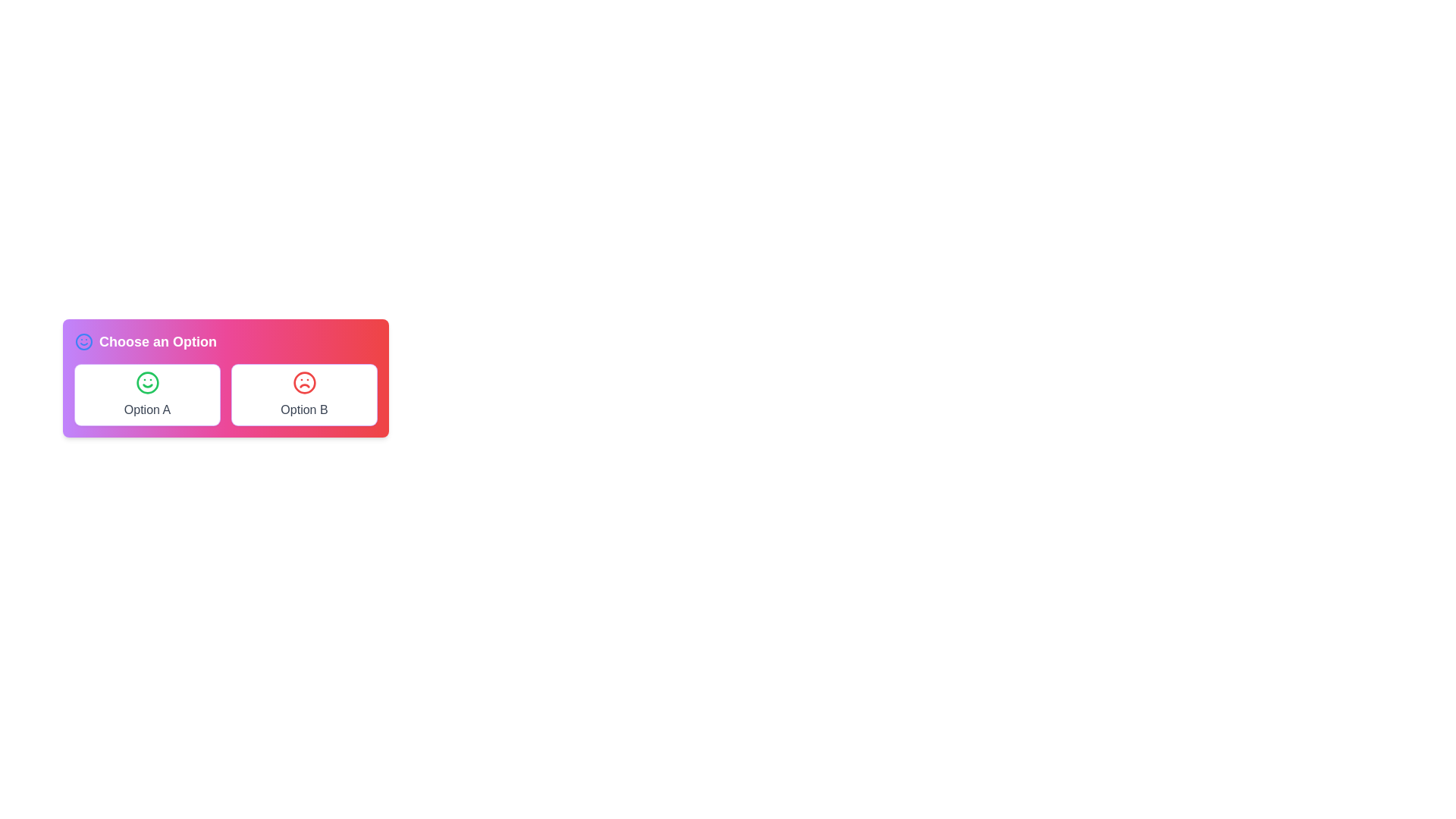 The width and height of the screenshot is (1456, 819). I want to click on the 'Option A' label in the selection interface, which is the first option on the left next to 'Option B', so click(147, 394).